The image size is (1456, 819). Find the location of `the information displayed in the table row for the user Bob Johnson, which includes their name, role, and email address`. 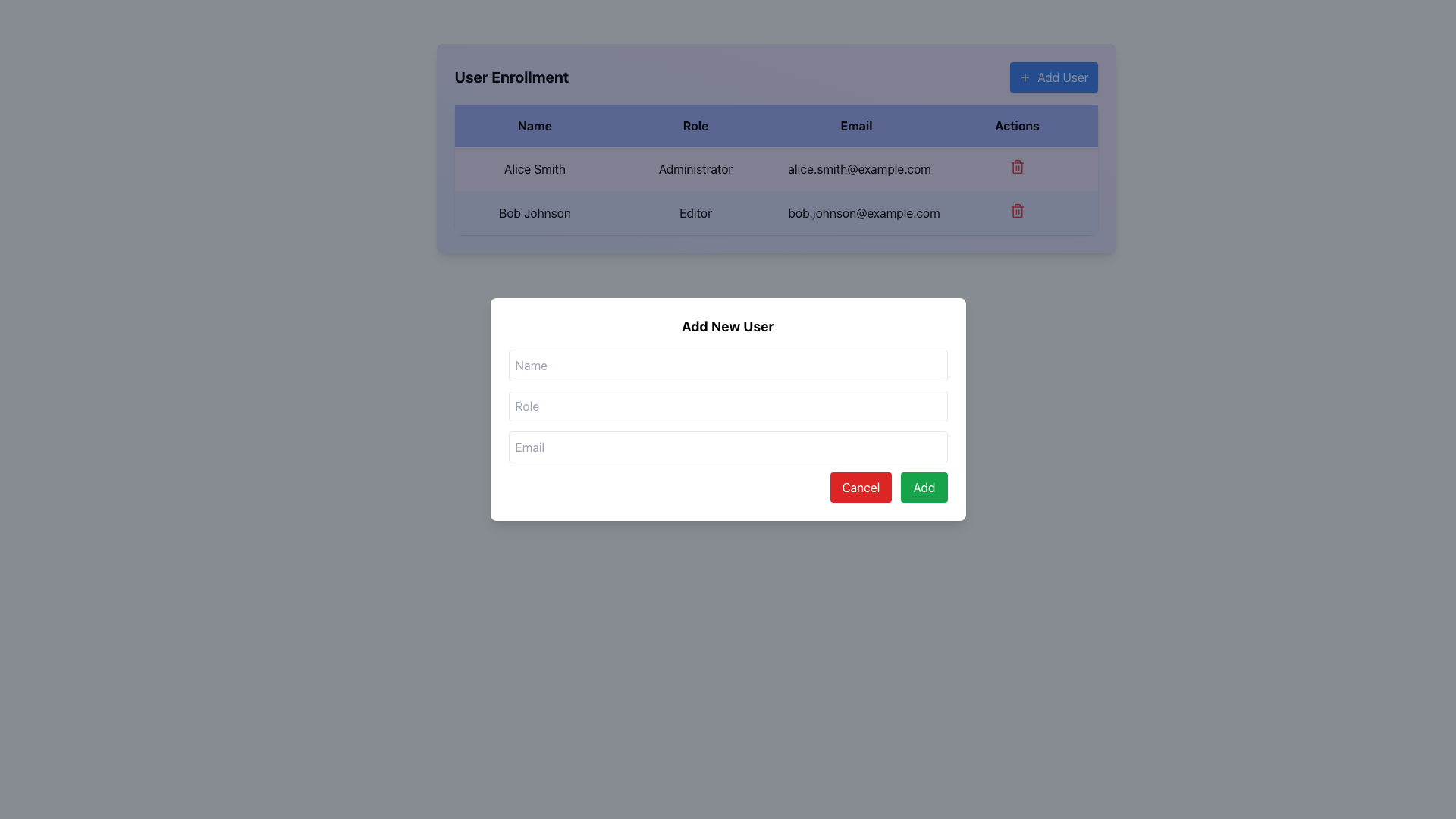

the information displayed in the table row for the user Bob Johnson, which includes their name, role, and email address is located at coordinates (776, 190).